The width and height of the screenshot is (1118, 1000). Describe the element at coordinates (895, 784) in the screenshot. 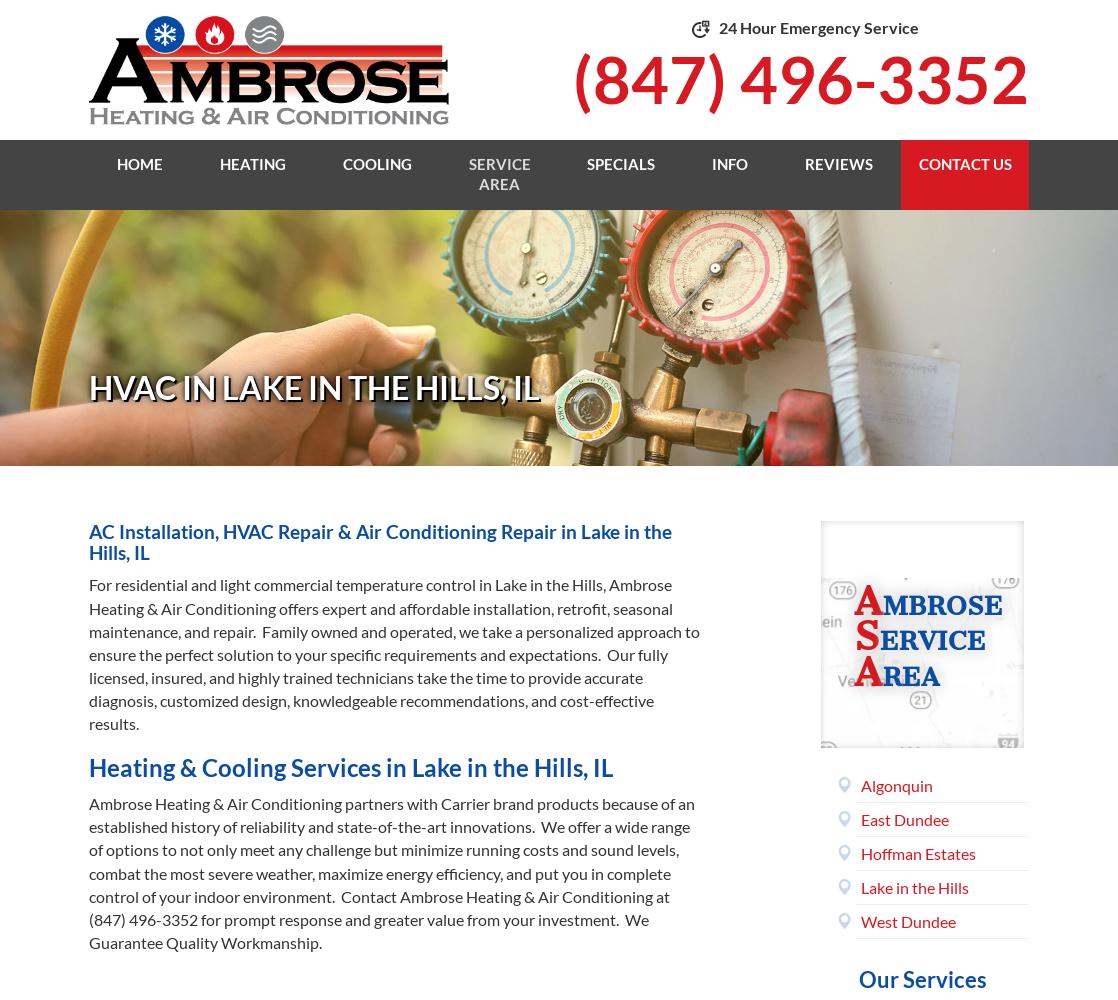

I see `'Algonquin'` at that location.